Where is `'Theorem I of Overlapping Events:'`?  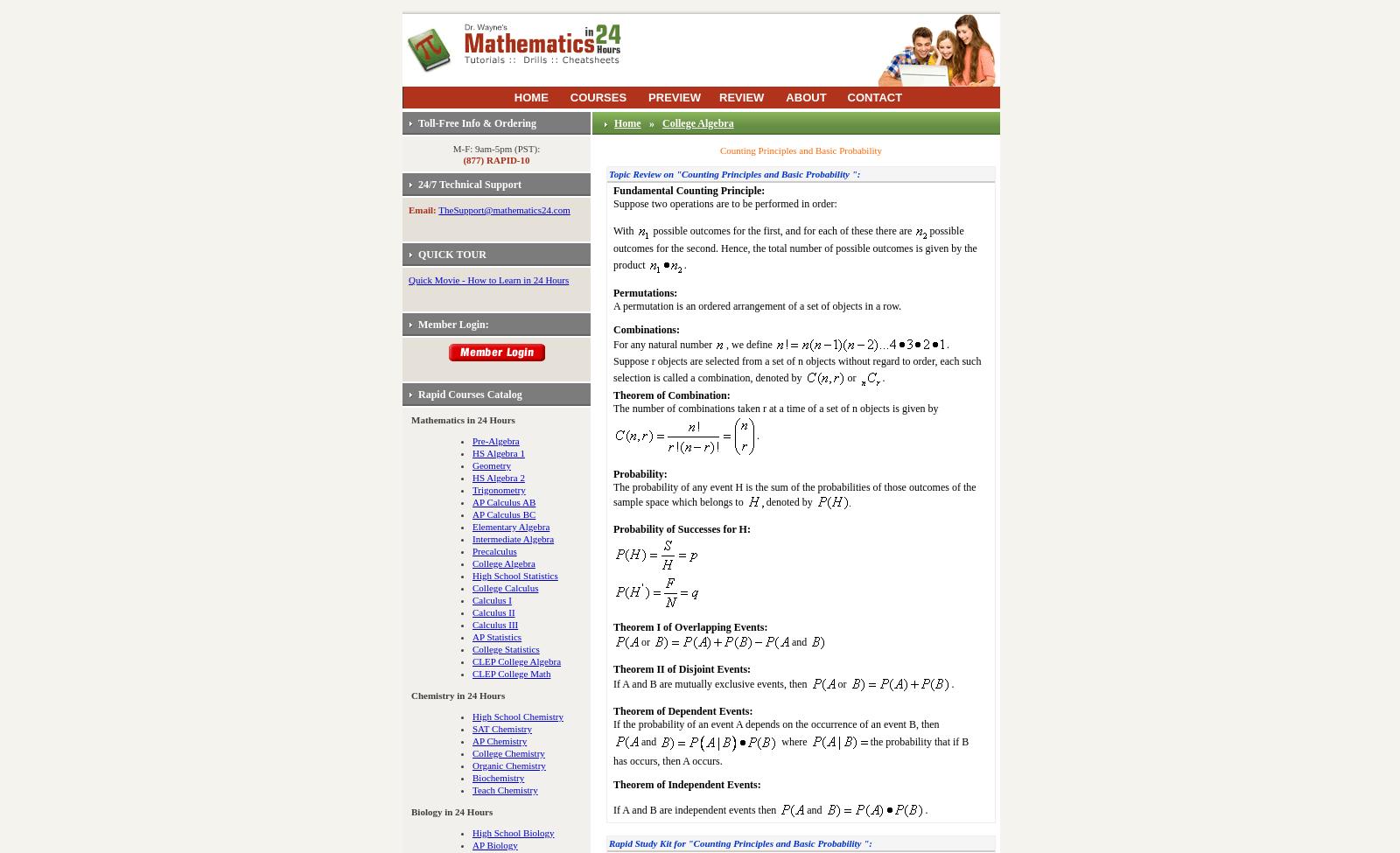
'Theorem I of Overlapping Events:' is located at coordinates (689, 626).